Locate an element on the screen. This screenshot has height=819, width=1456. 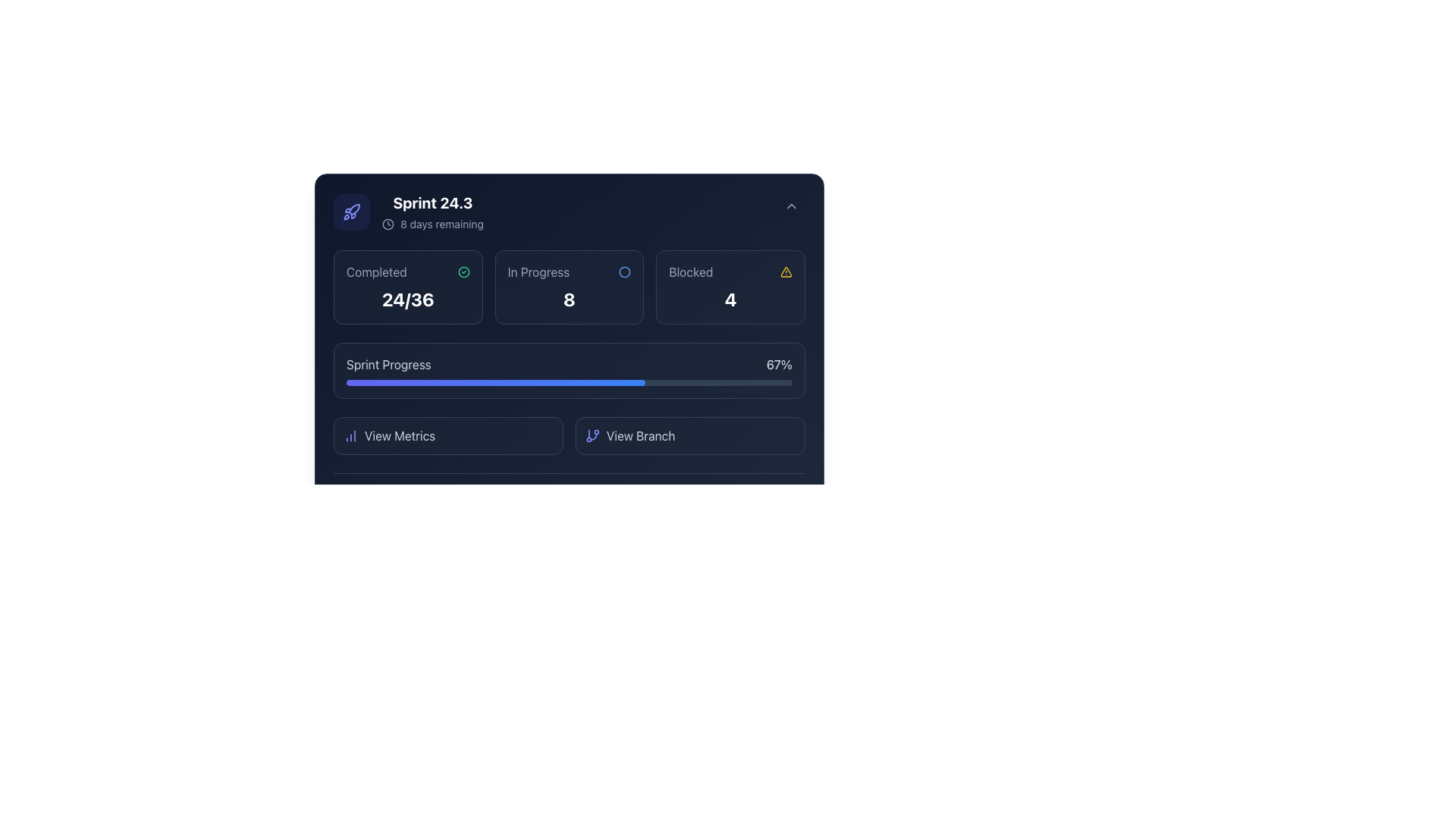
the text label displaying '67%' which indicates the current sprint progress, located to the right of the progress bar and aligned with the label 'Sprint Progress' is located at coordinates (779, 365).